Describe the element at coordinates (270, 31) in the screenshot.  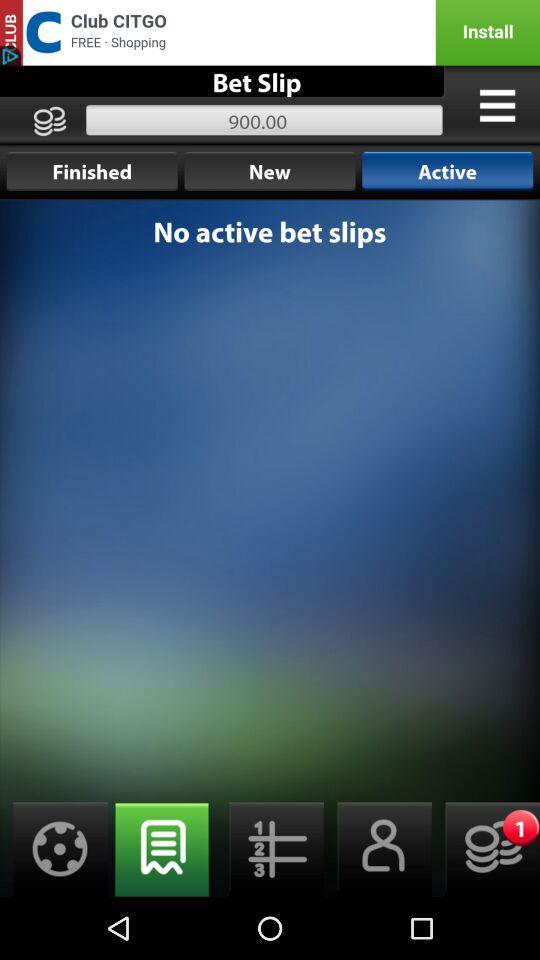
I see `advertisement` at that location.